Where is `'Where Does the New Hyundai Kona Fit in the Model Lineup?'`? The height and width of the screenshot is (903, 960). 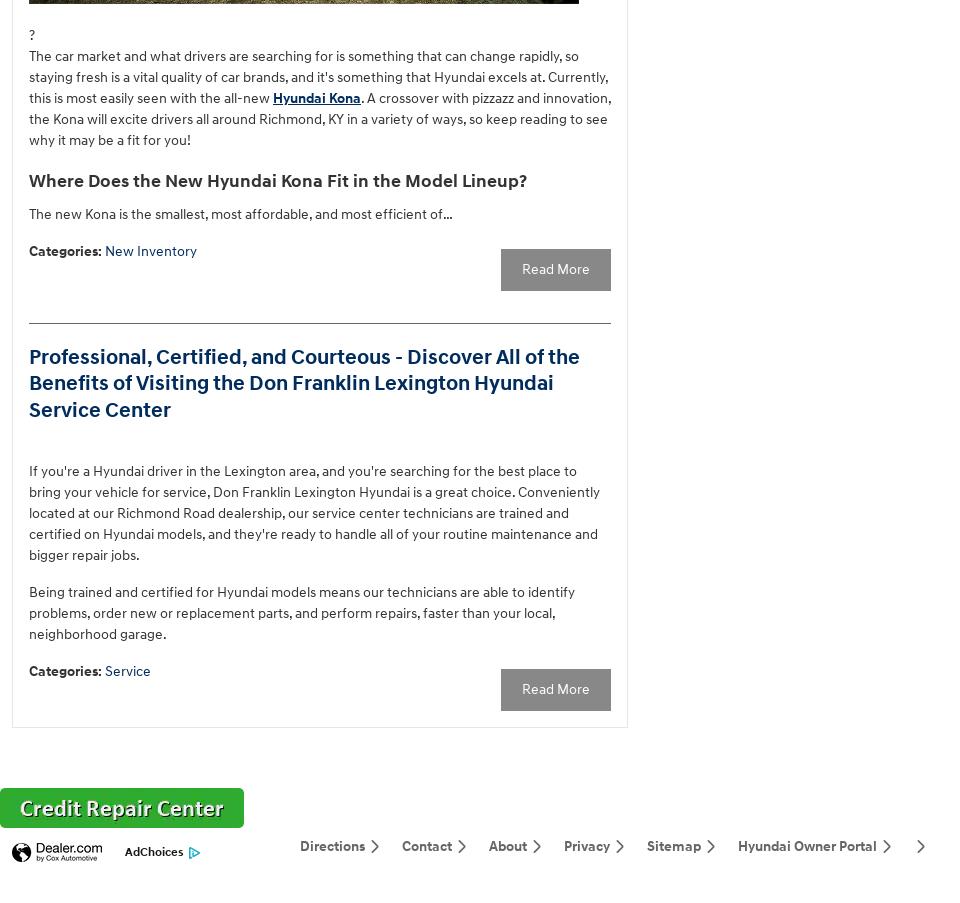 'Where Does the New Hyundai Kona Fit in the Model Lineup?' is located at coordinates (277, 179).